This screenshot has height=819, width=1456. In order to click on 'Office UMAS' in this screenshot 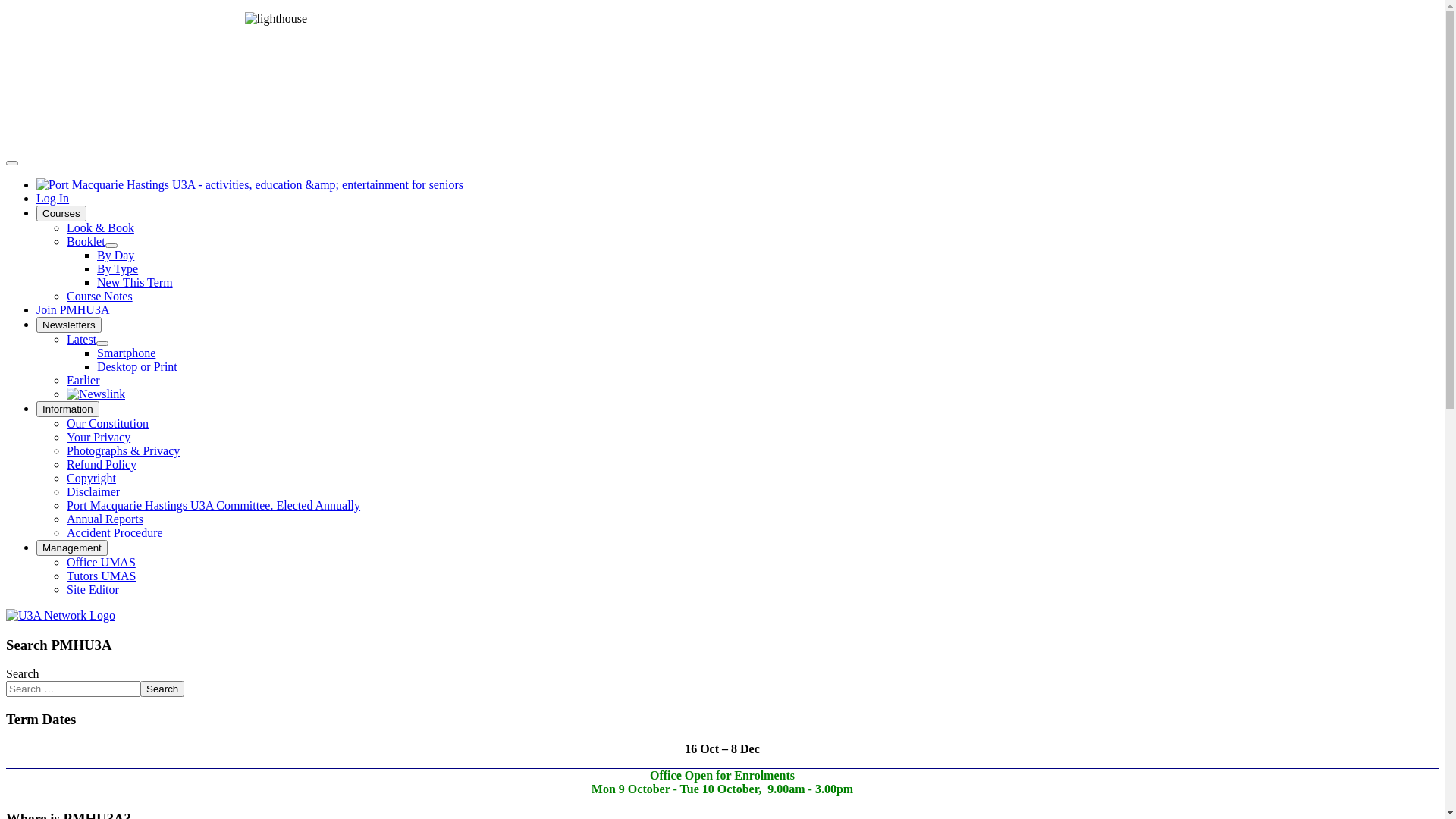, I will do `click(100, 562)`.